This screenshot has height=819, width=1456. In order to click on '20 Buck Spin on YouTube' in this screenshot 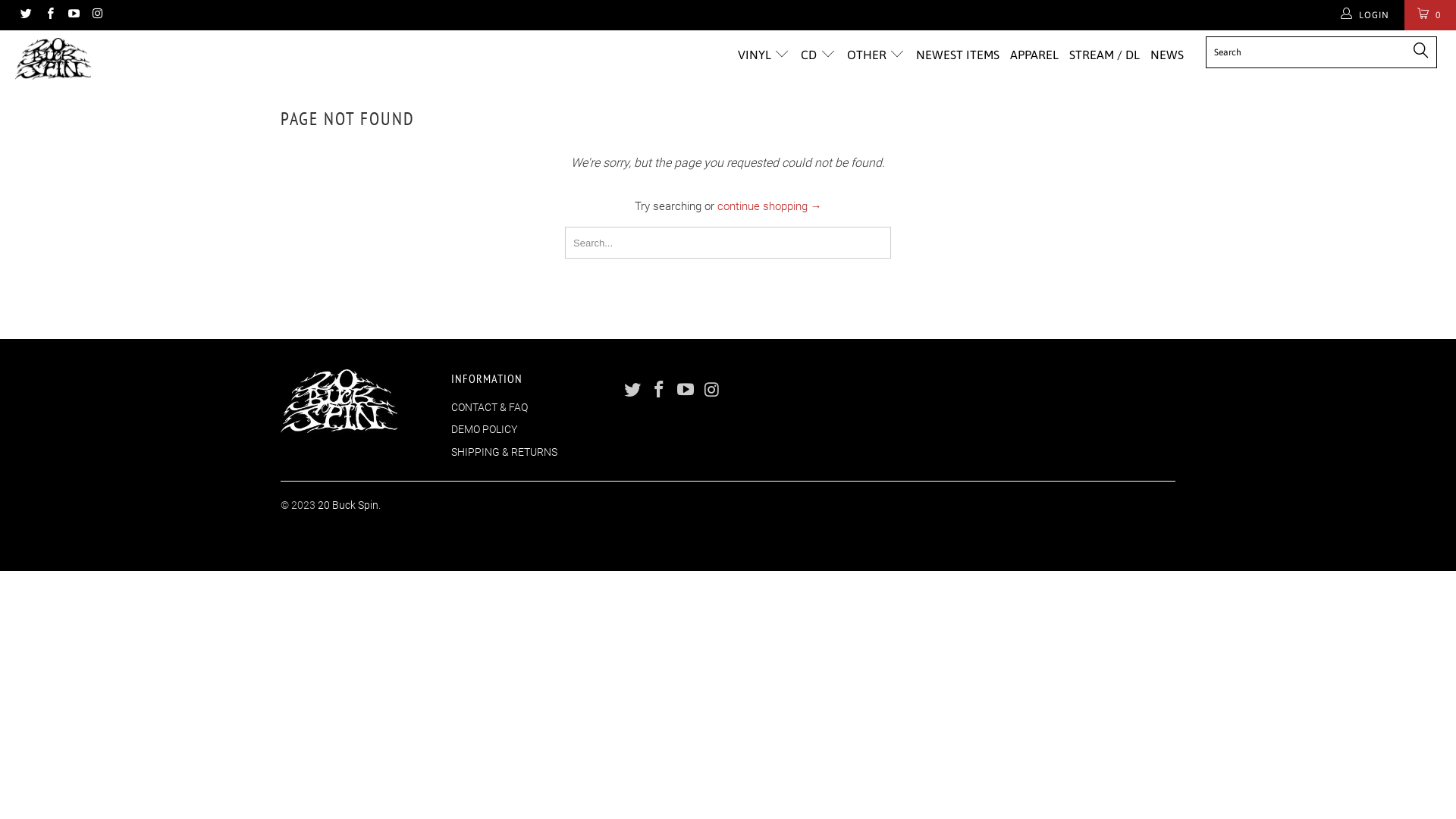, I will do `click(72, 14)`.